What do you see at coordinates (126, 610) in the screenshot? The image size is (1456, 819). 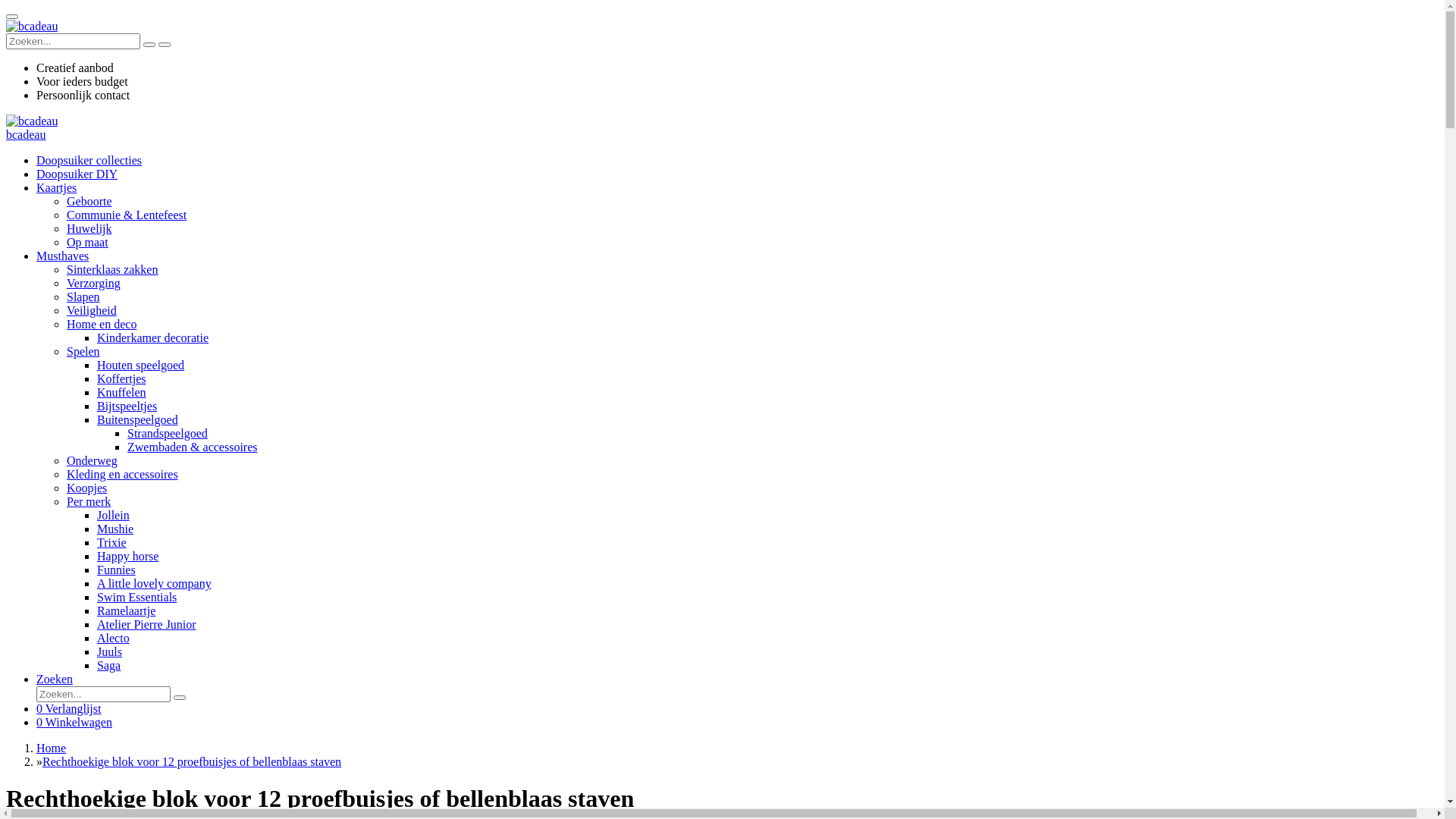 I see `'Ramelaartje'` at bounding box center [126, 610].